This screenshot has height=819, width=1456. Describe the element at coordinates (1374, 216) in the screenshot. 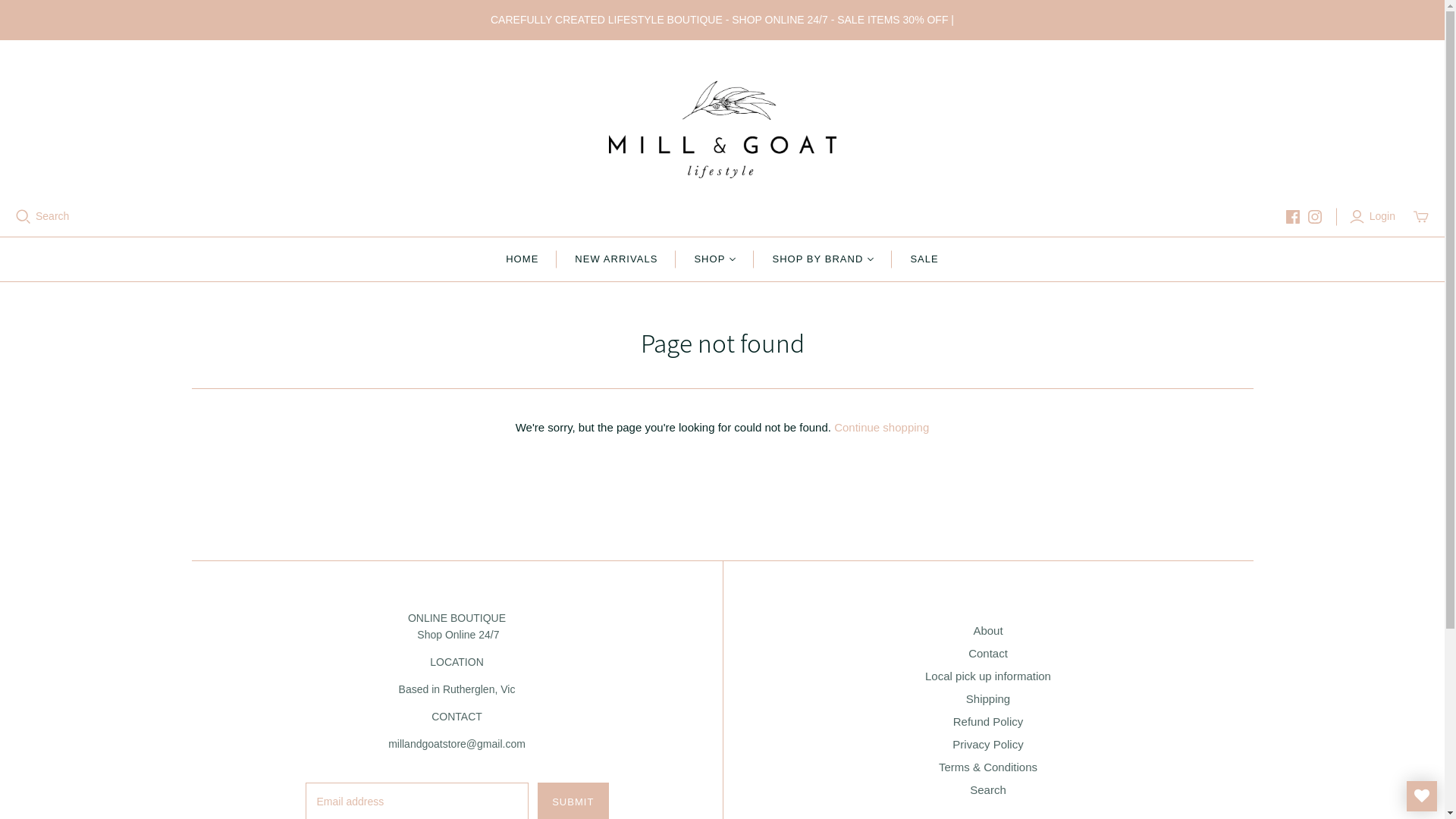

I see `'Login'` at that location.